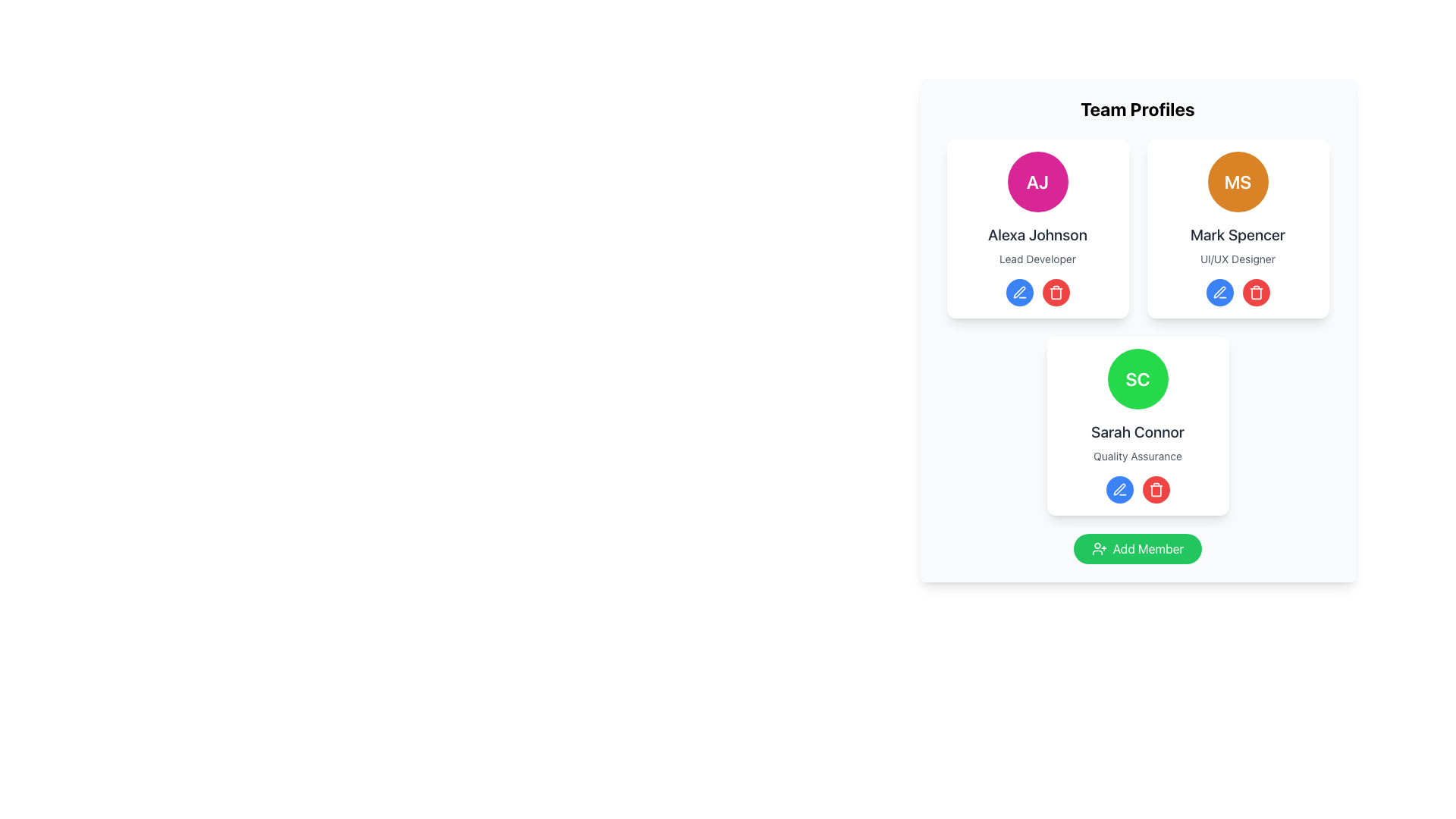  Describe the element at coordinates (1137, 378) in the screenshot. I see `the circular button with a green background and white letters 'SC' located above the name 'Sarah Connor' in the 'Team Profiles' section` at that location.